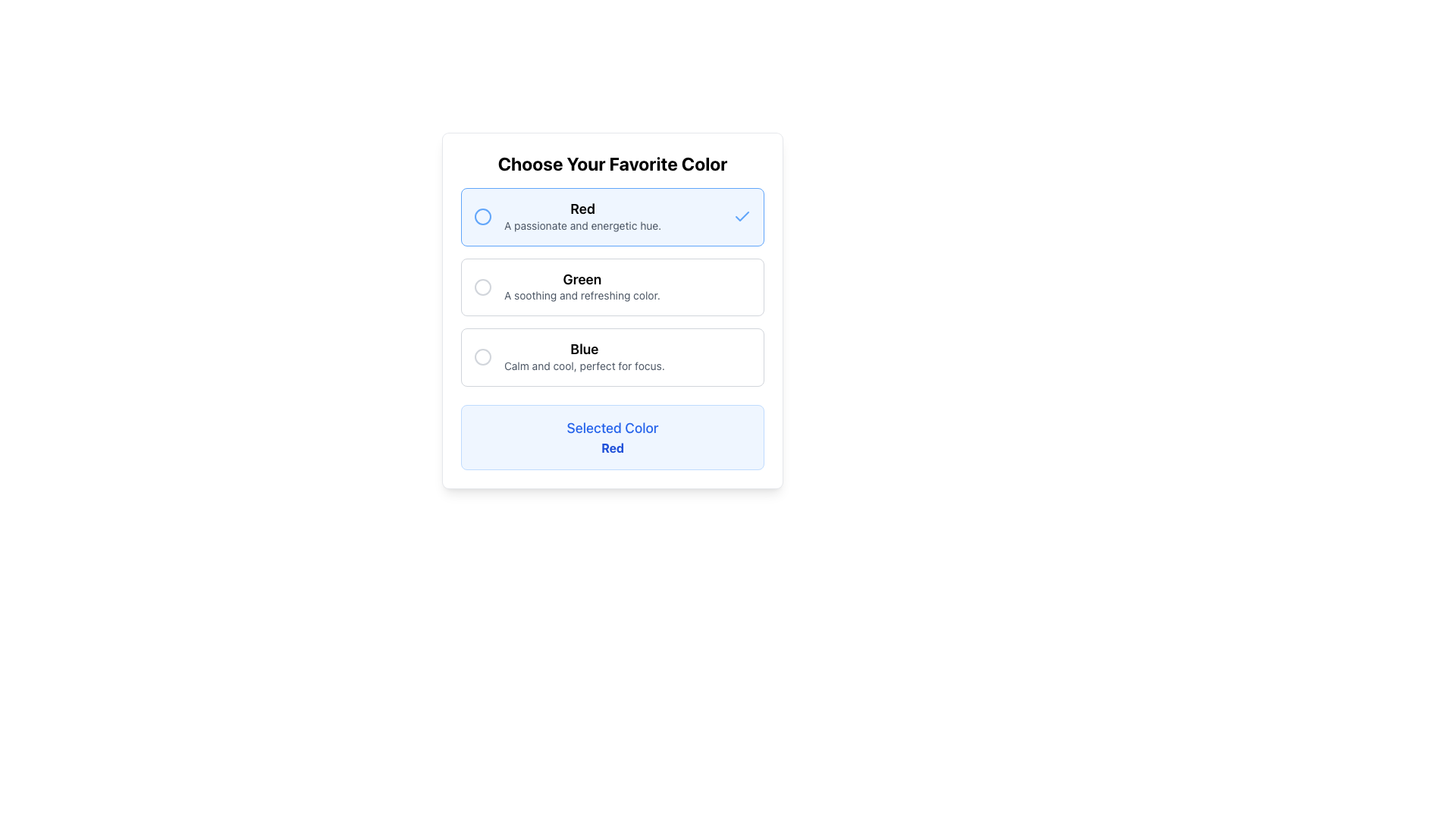 This screenshot has height=819, width=1456. What do you see at coordinates (482, 356) in the screenshot?
I see `the radio button` at bounding box center [482, 356].